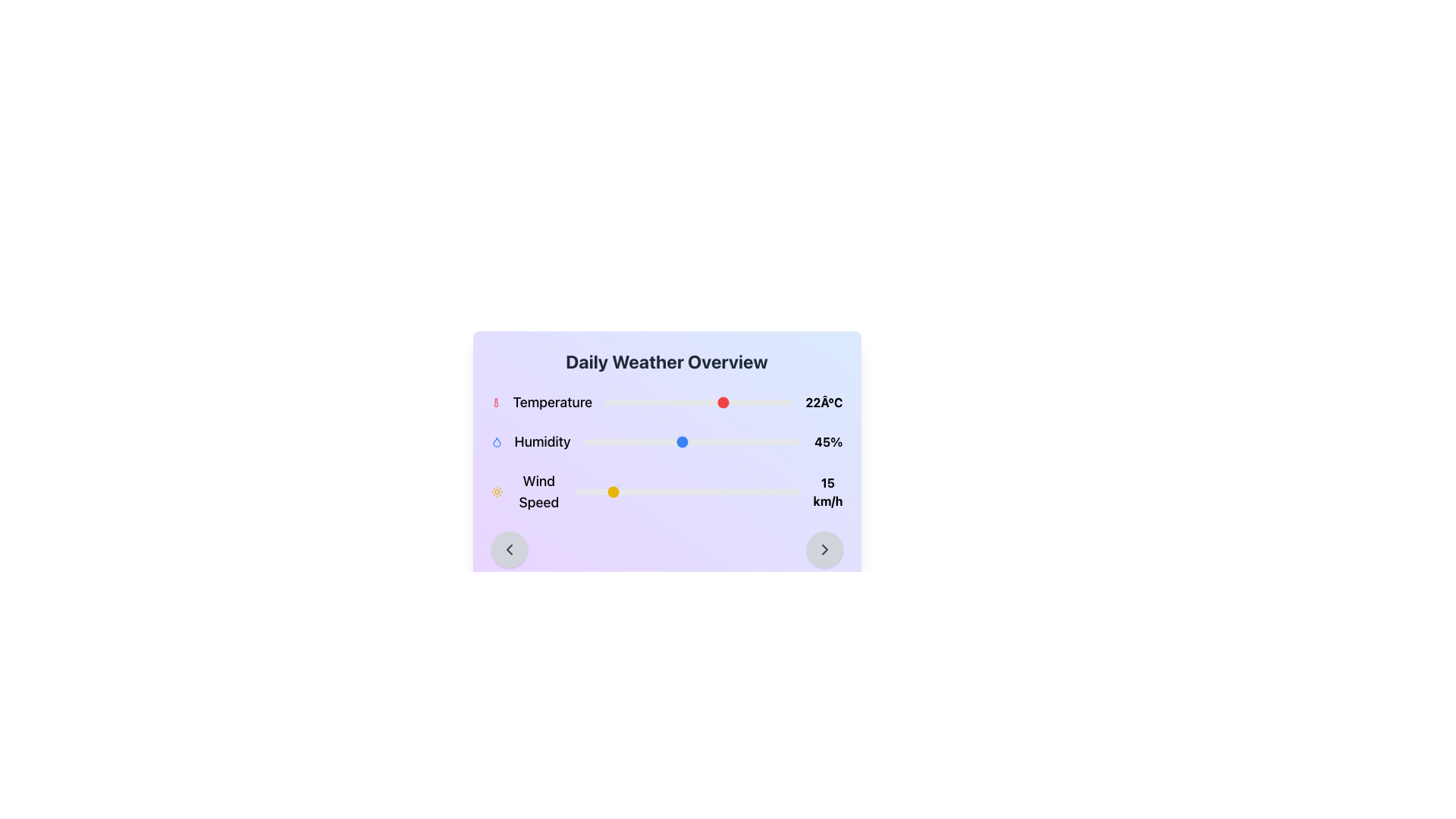 The image size is (1456, 819). I want to click on the left arrow of the navigation buttons located at the bottom of the weather overview card, so click(667, 550).